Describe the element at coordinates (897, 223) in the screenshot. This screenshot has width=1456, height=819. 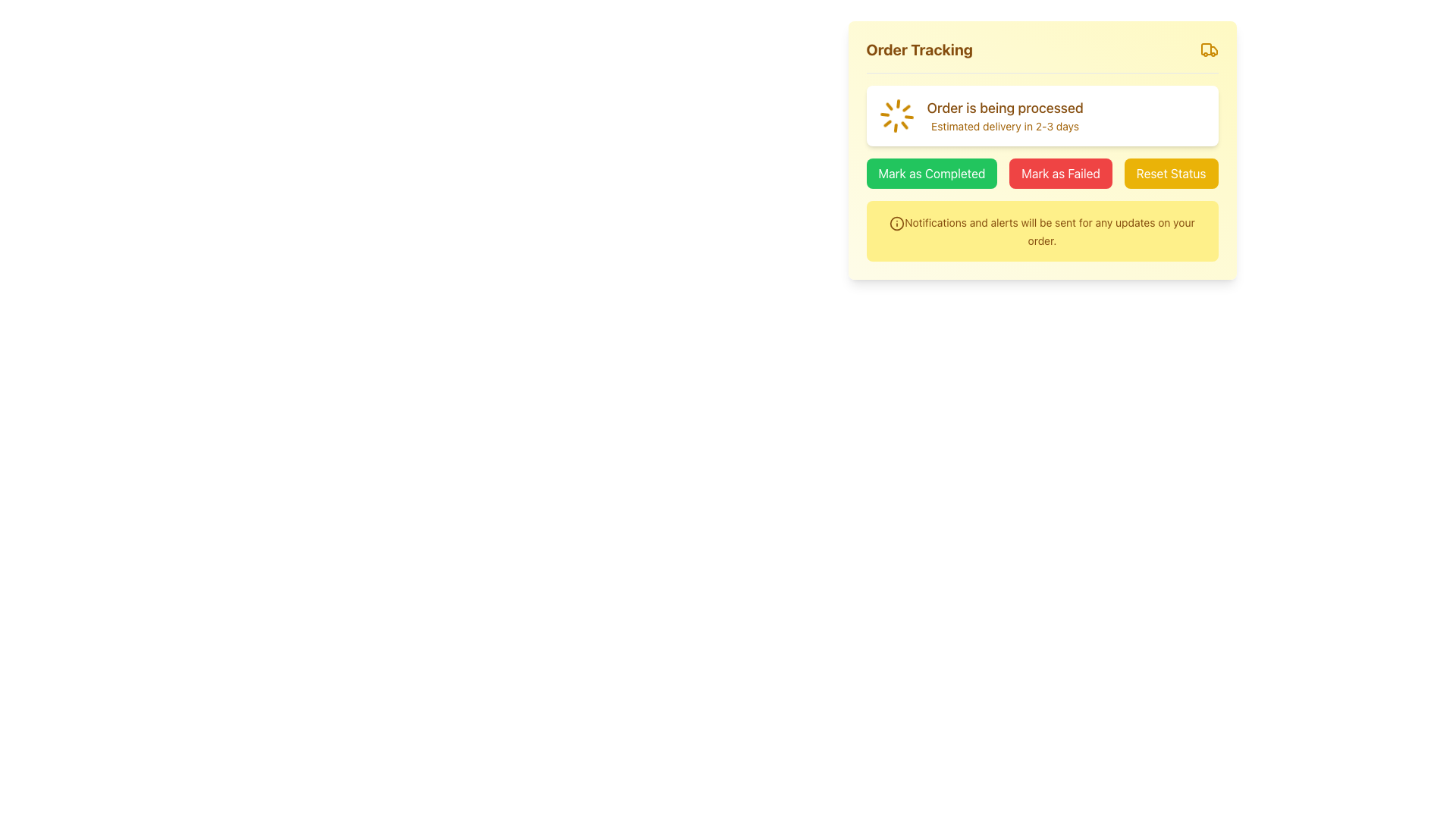
I see `the circular ring icon with a yellow border located in the top-left corner of the yellow notification box in the order tracking interface` at that location.